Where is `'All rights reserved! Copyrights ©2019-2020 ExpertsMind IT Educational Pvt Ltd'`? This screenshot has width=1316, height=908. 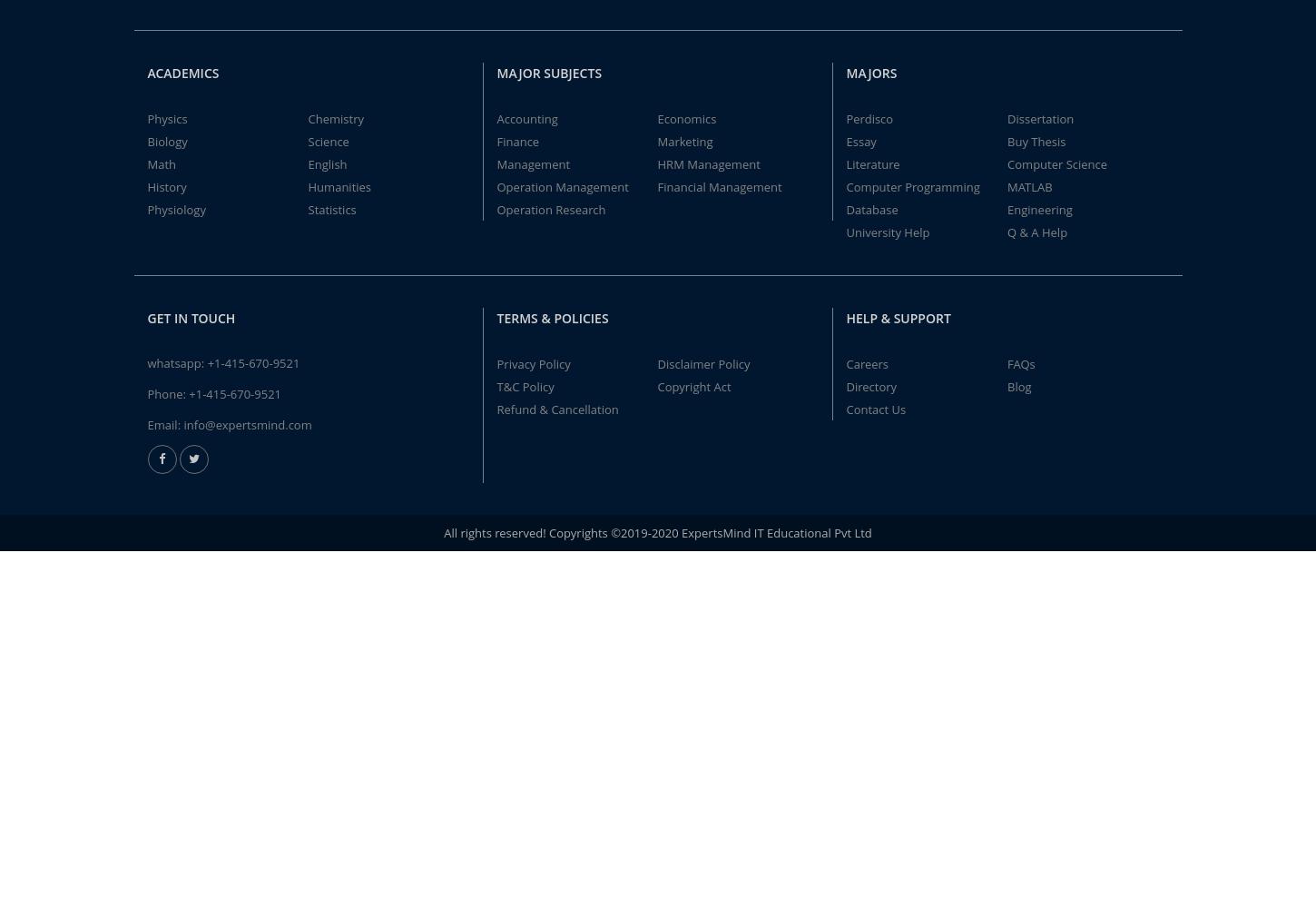 'All rights reserved! Copyrights ©2019-2020 ExpertsMind IT Educational Pvt Ltd' is located at coordinates (656, 531).